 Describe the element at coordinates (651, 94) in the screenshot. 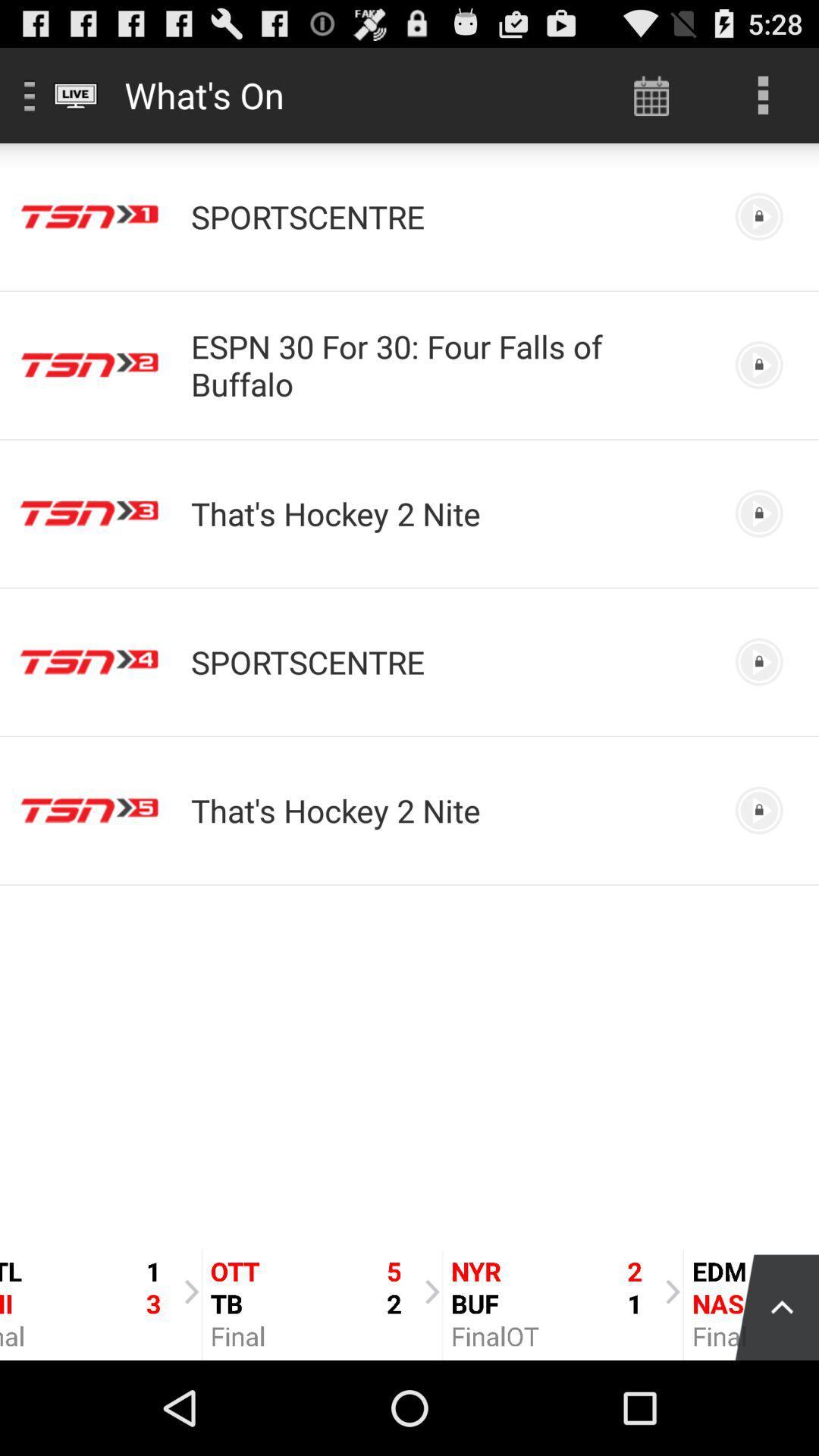

I see `change the day` at that location.